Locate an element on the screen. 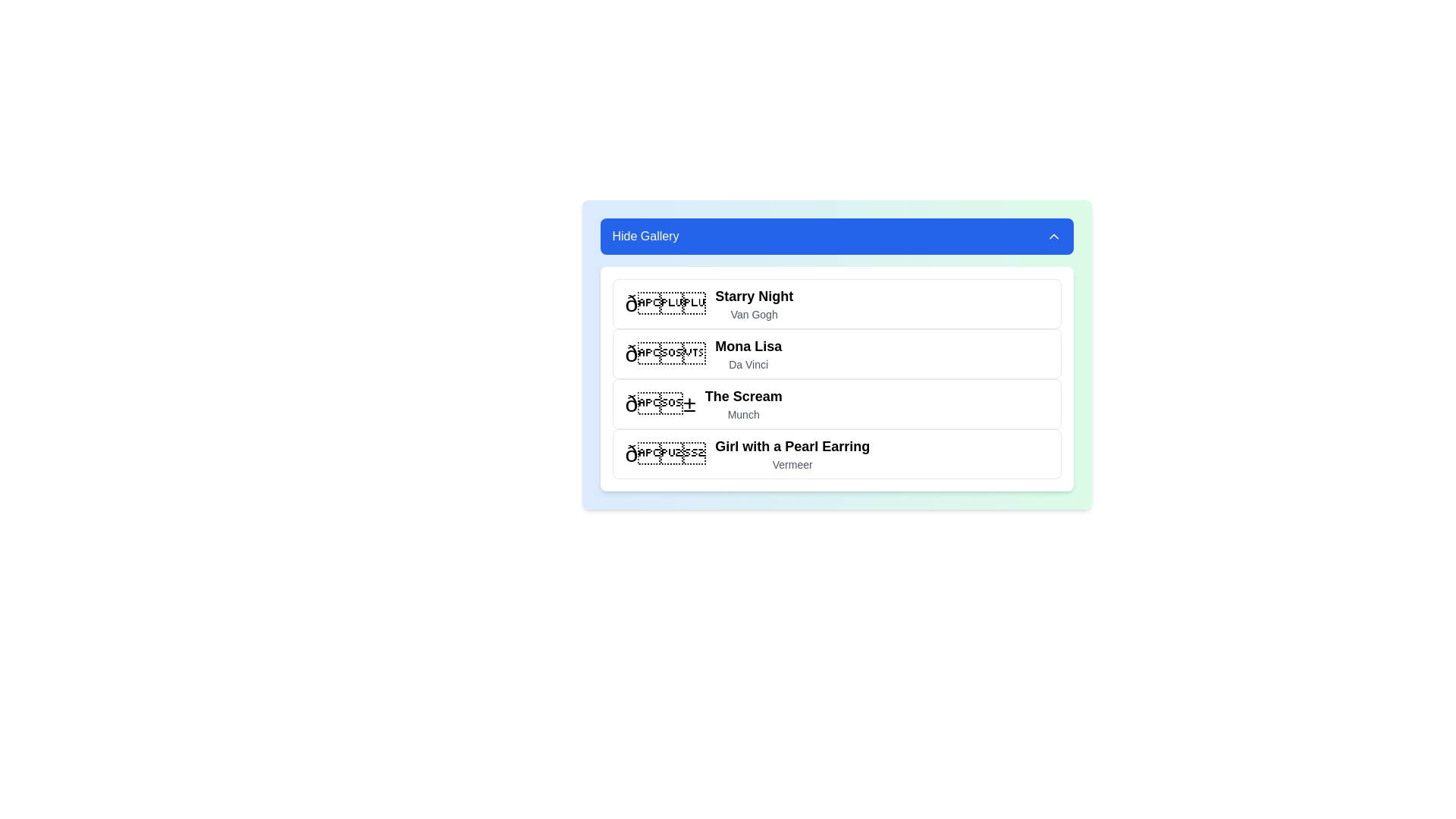  the gallery entry for 'Mona Lisa' by Da Vinci, which is the second item in a vertical list of four items, located below 'Starry Night' and above 'The Scream', within the 'Hide Gallery' panel is located at coordinates (836, 354).